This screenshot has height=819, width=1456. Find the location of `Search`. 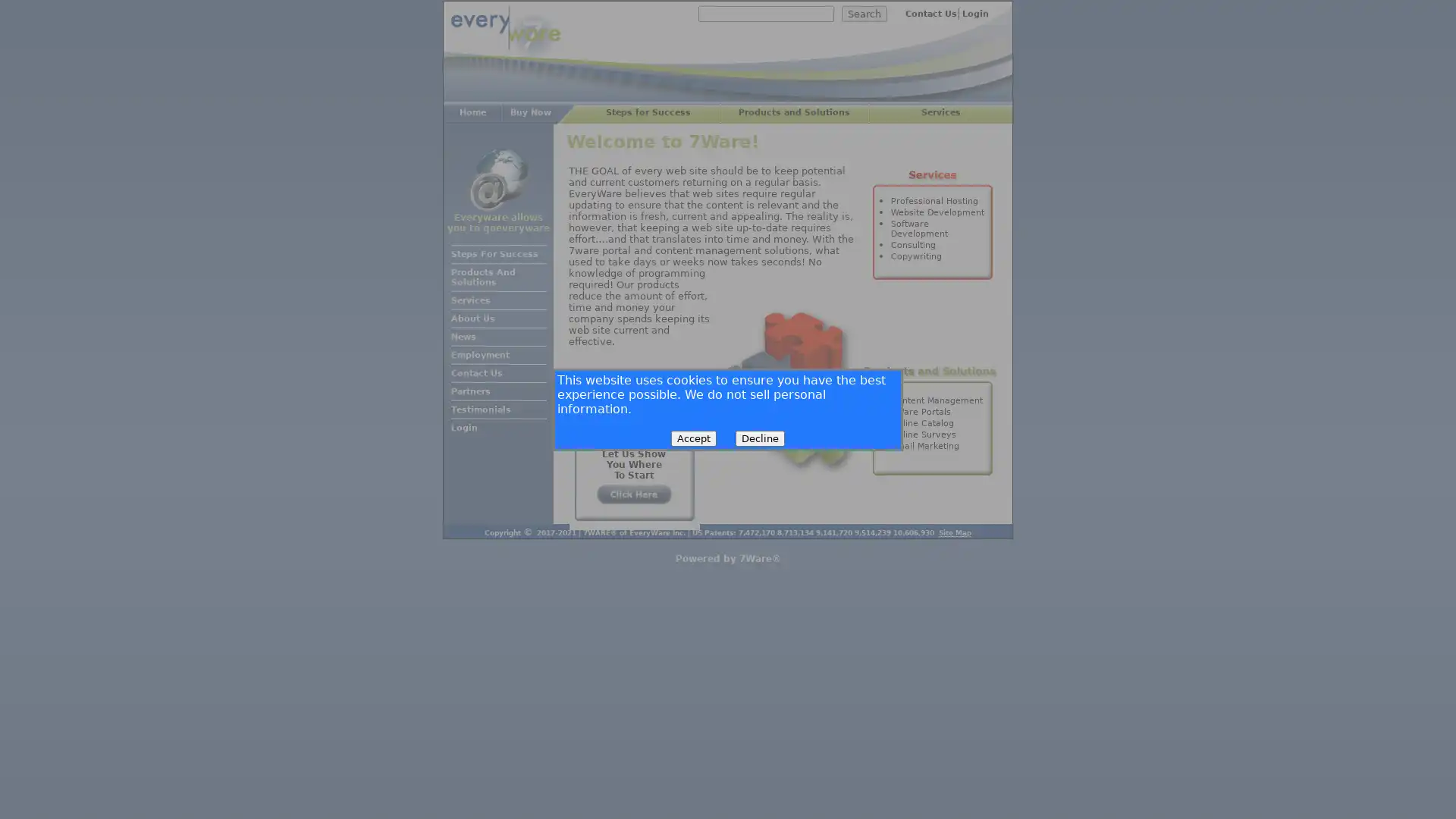

Search is located at coordinates (864, 14).